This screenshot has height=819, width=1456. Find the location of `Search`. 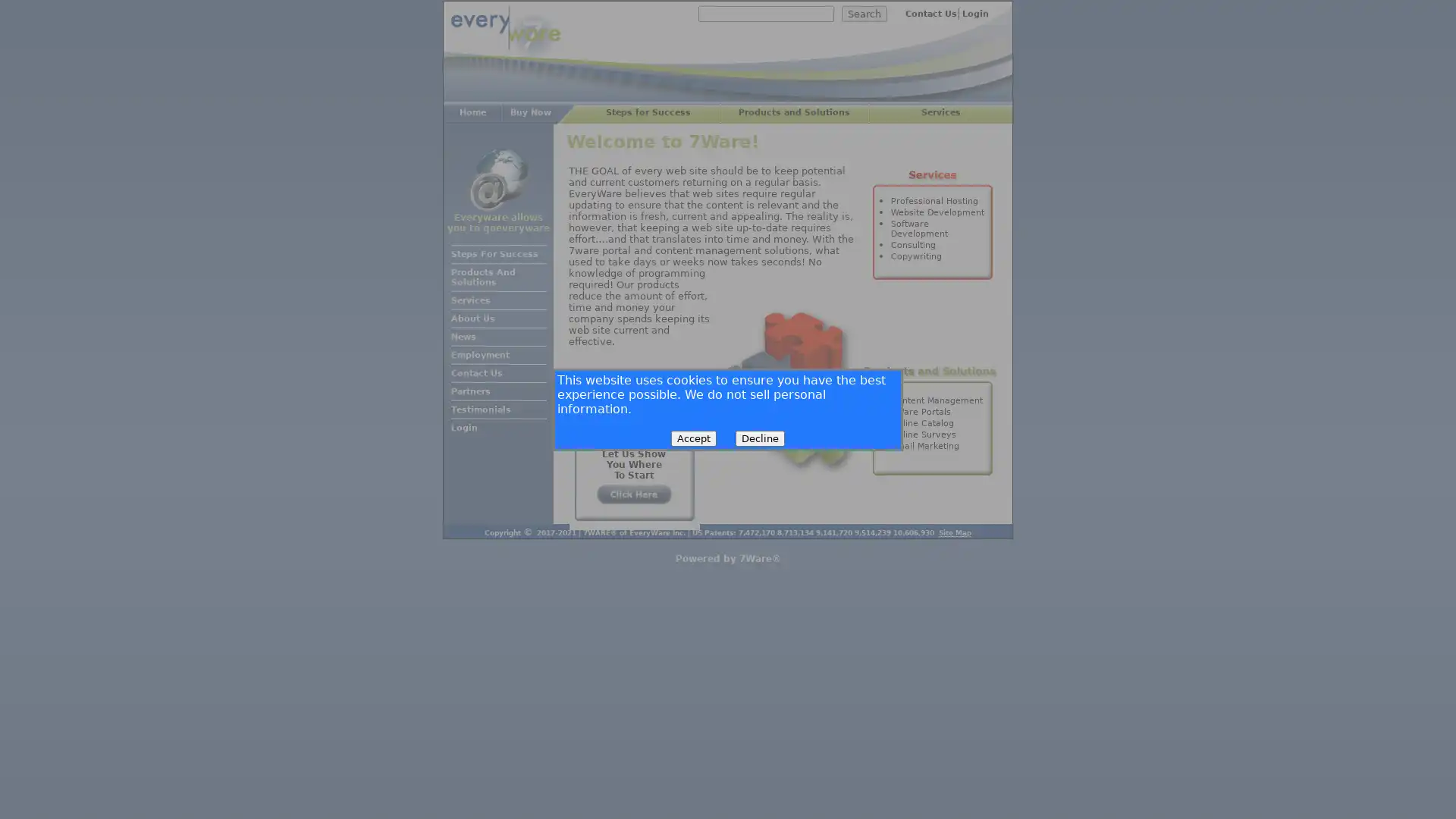

Search is located at coordinates (864, 14).